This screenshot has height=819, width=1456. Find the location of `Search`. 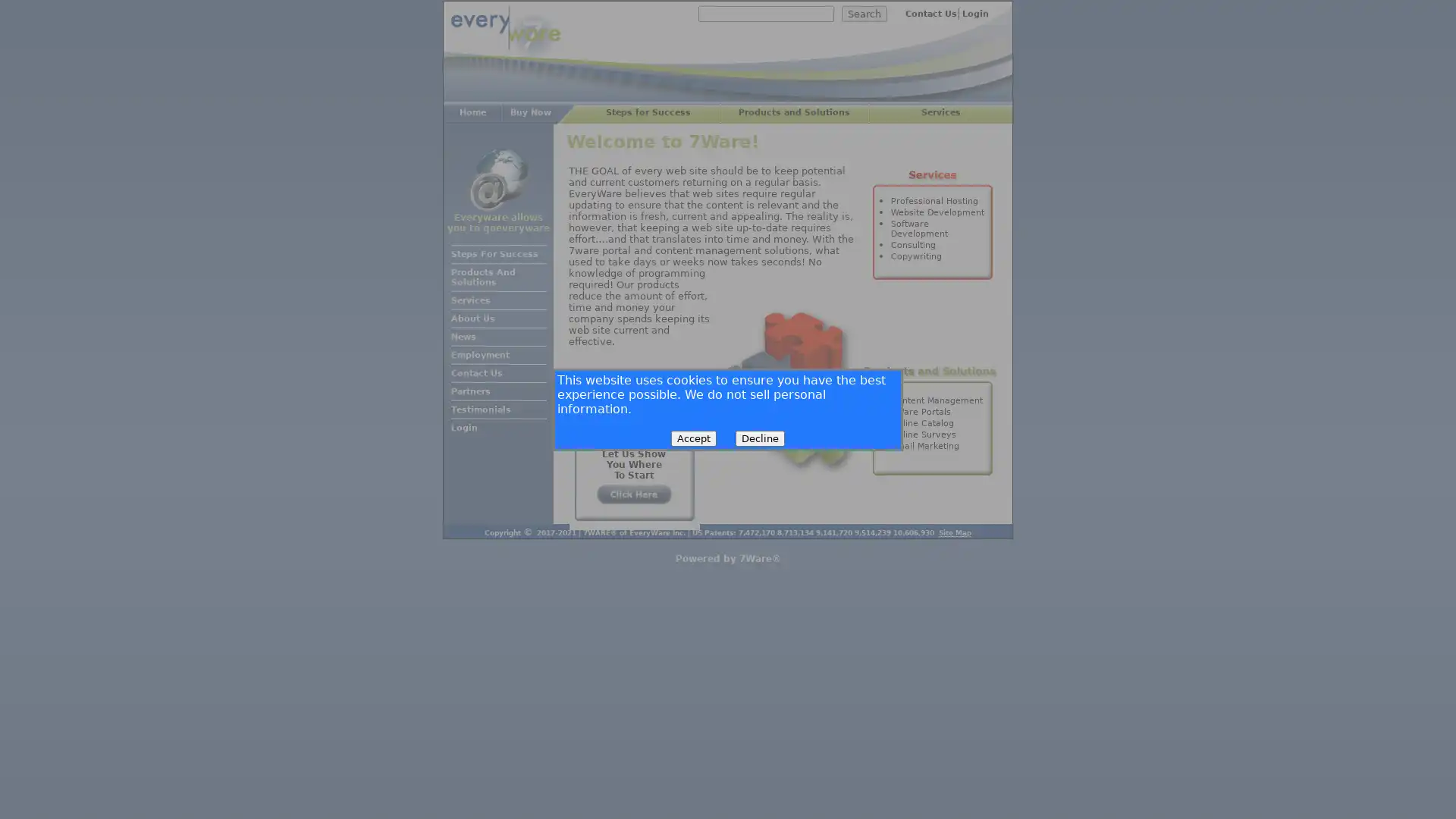

Search is located at coordinates (864, 14).